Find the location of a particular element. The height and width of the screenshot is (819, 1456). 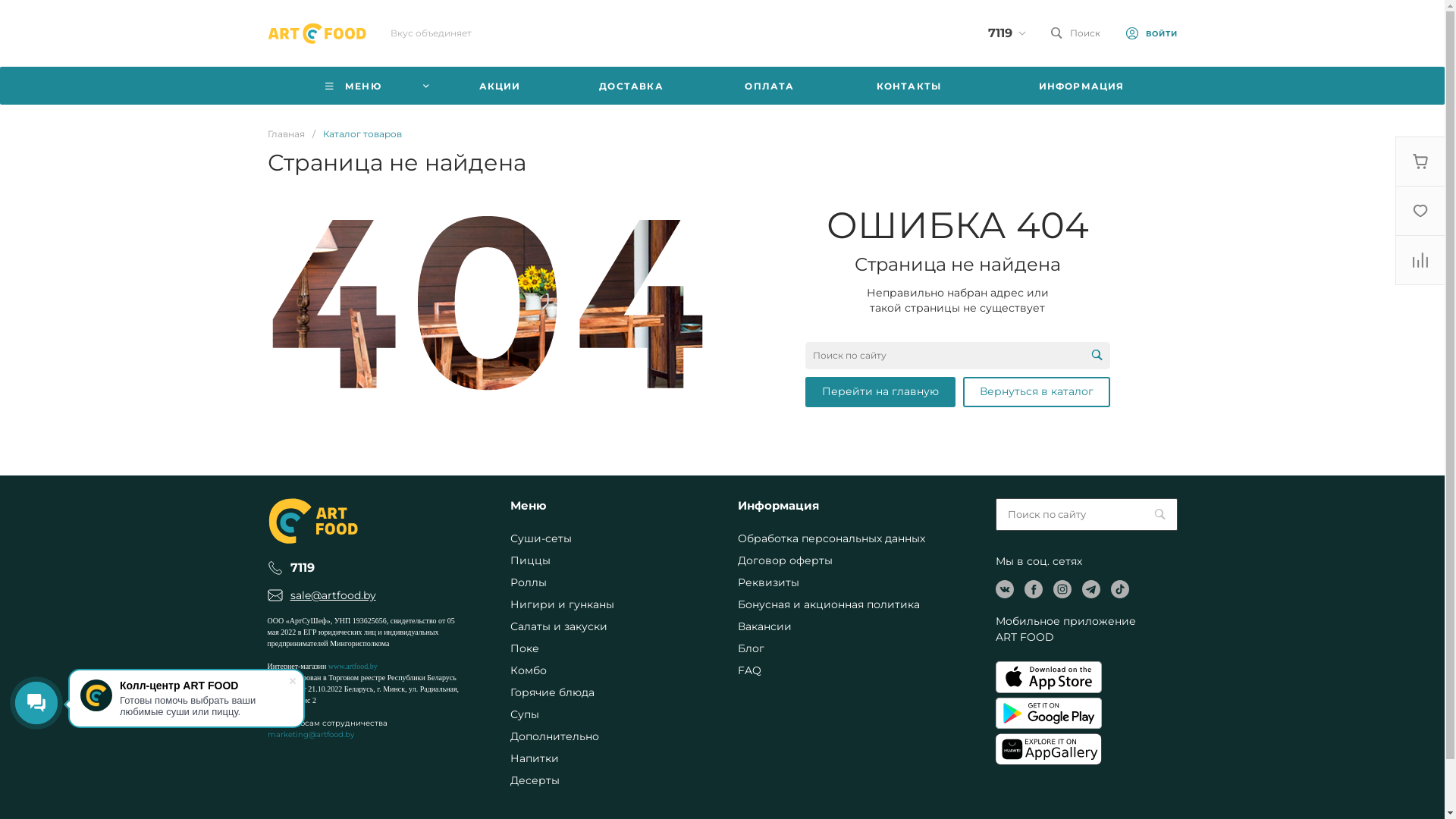

'FAQ' is located at coordinates (748, 669).